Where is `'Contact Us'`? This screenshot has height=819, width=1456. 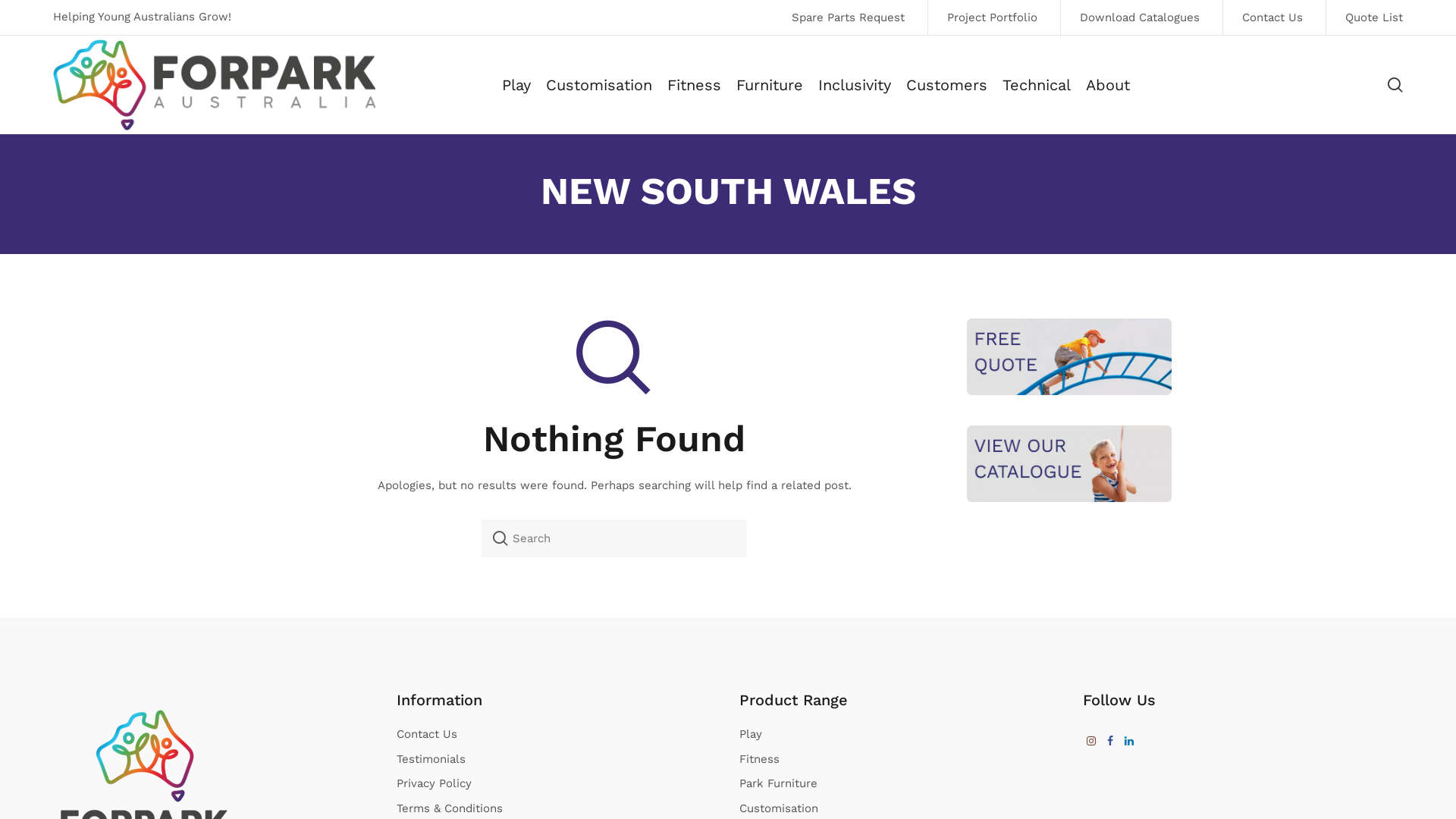
'Contact Us' is located at coordinates (1272, 17).